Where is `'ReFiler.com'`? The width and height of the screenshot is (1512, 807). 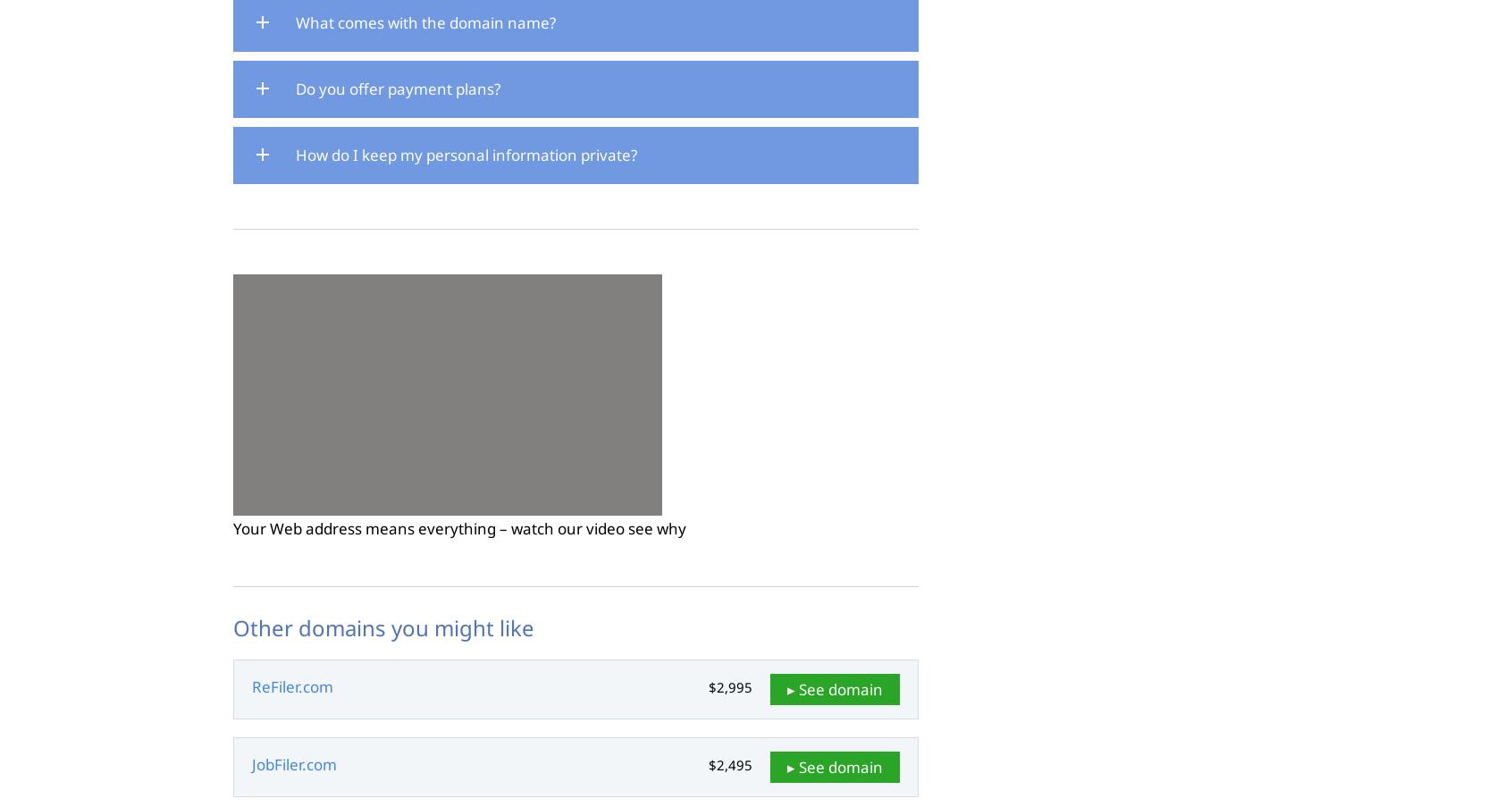 'ReFiler.com' is located at coordinates (291, 686).